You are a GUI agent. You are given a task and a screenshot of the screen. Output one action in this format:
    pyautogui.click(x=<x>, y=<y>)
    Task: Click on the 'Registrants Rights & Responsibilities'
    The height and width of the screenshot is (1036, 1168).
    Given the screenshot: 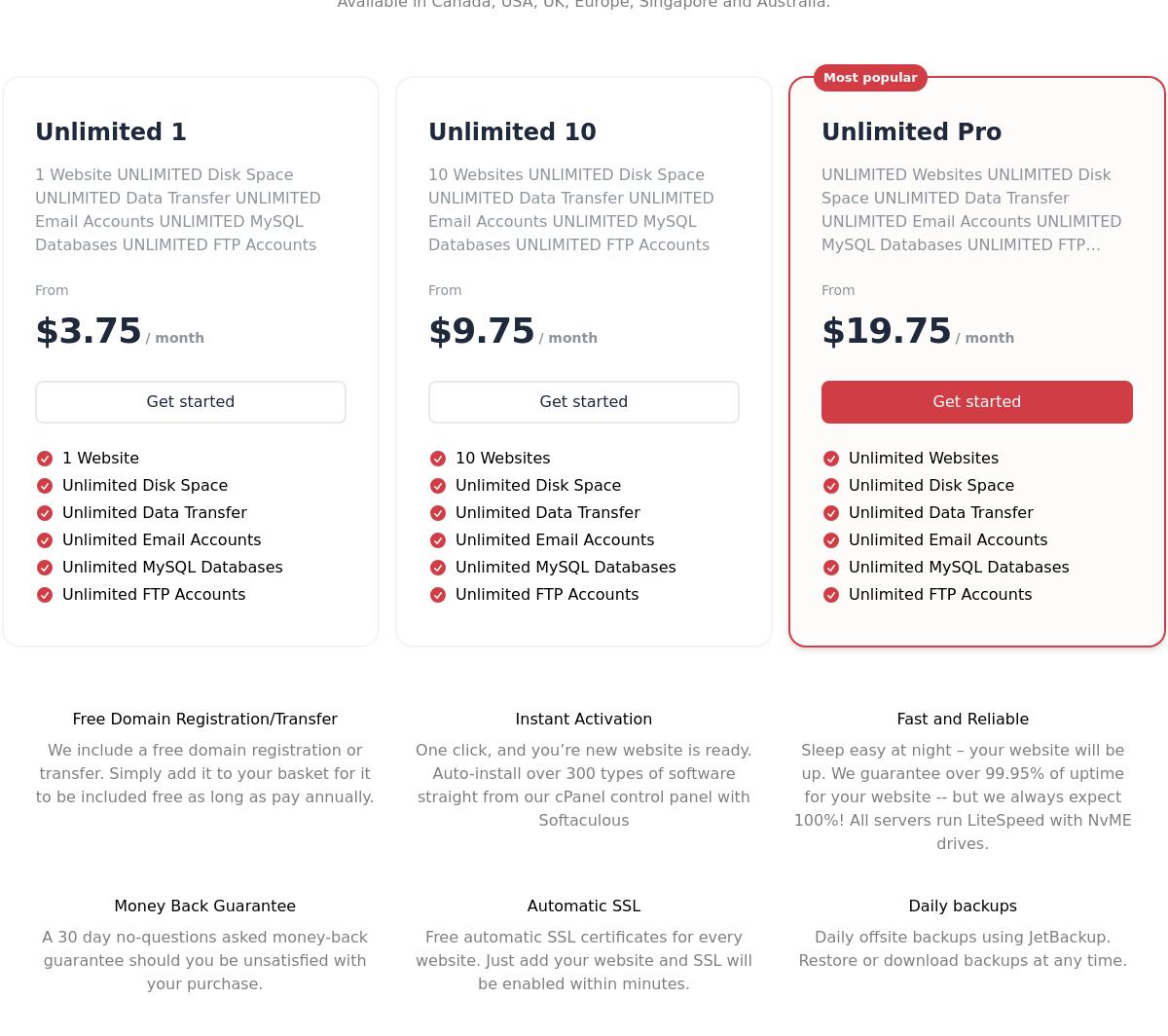 What is the action you would take?
    pyautogui.click(x=1011, y=554)
    